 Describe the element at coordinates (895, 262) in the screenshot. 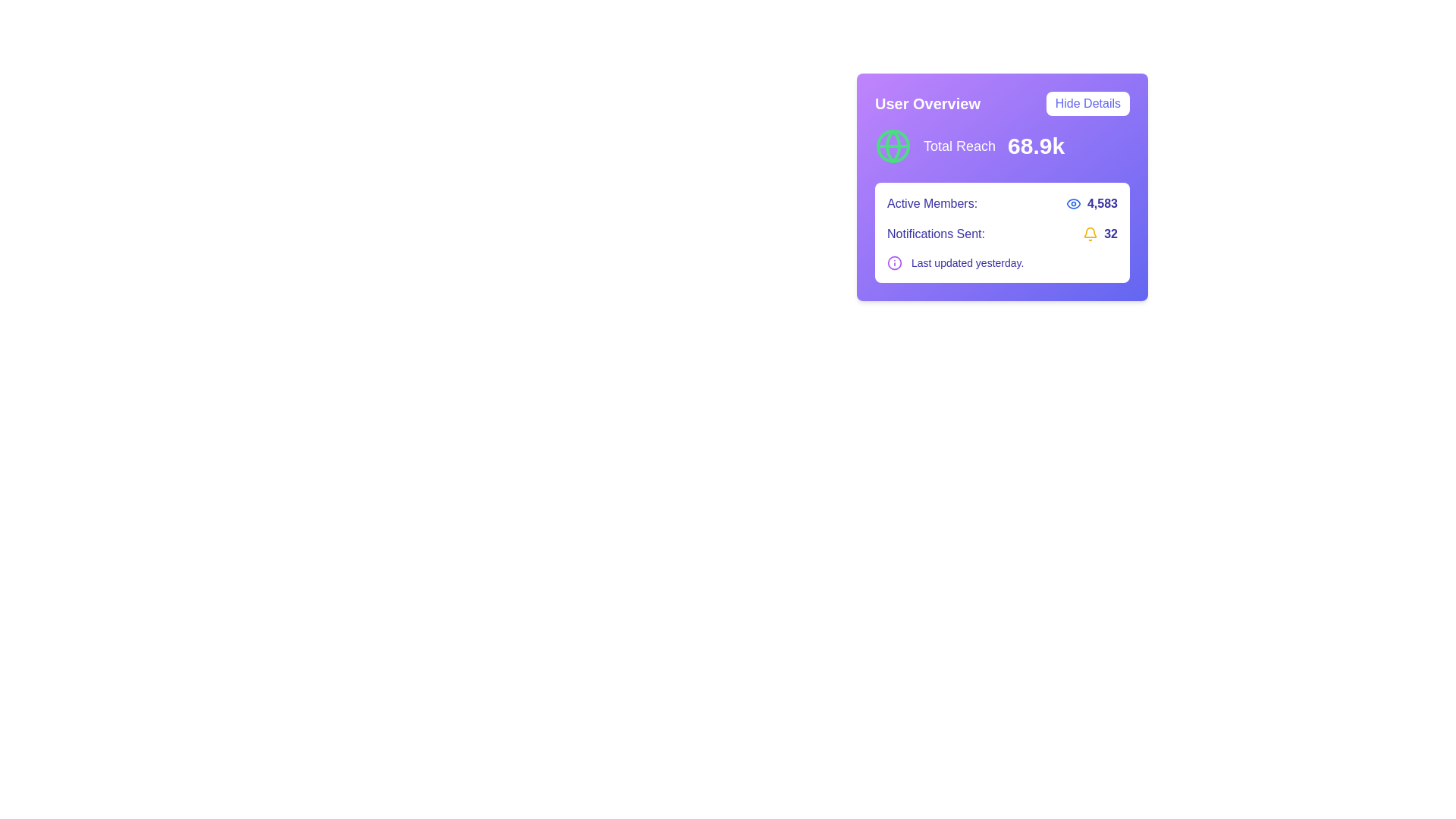

I see `the circular informational icon with a purple outline and an exclamation mark, located to the left of the text 'Last updated yesterday' within the 'User Overview' purple card` at that location.